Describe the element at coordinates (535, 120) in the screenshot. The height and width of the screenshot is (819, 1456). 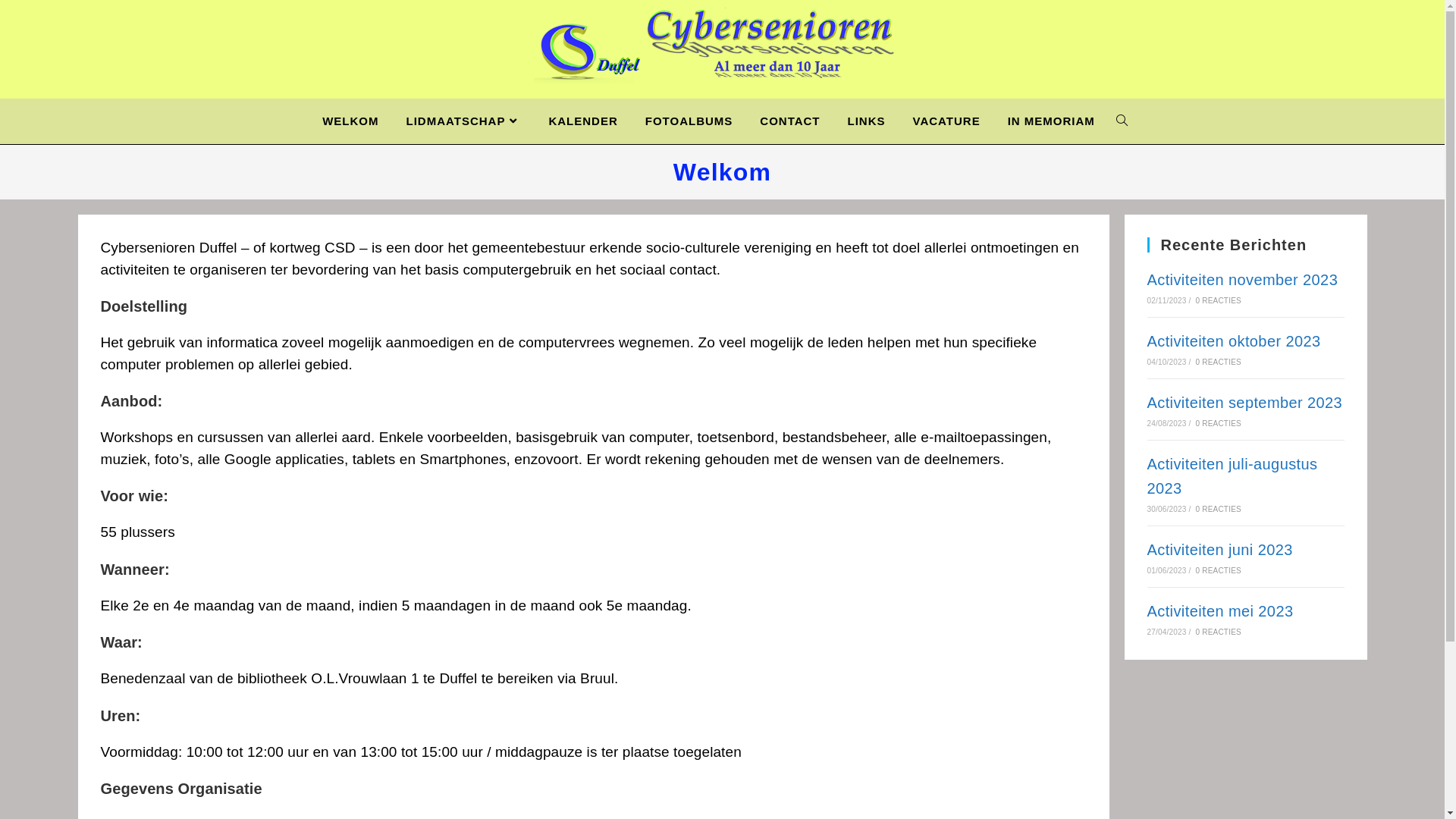
I see `'KALENDER'` at that location.